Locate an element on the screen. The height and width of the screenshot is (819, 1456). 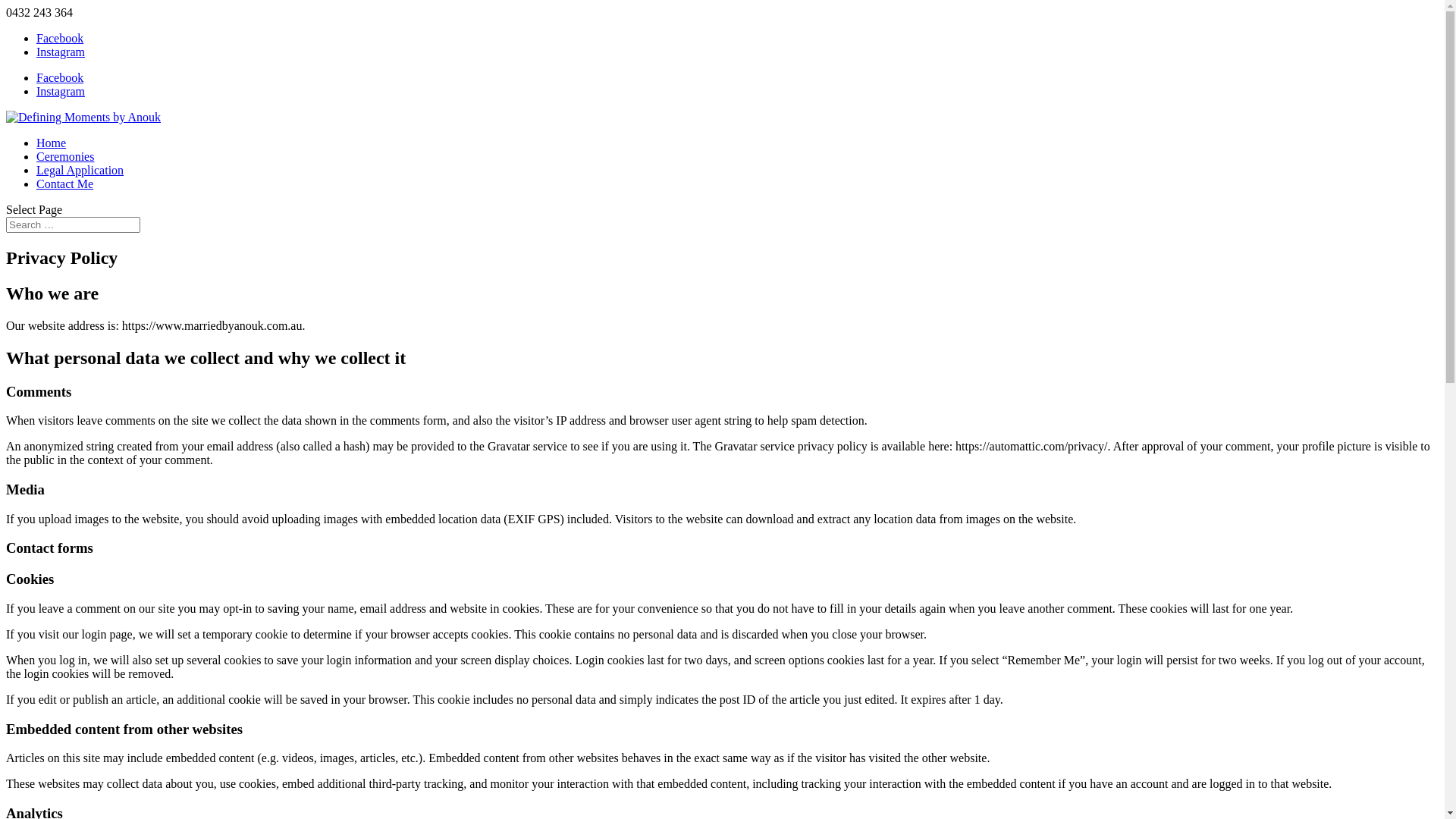
'Home' is located at coordinates (51, 143).